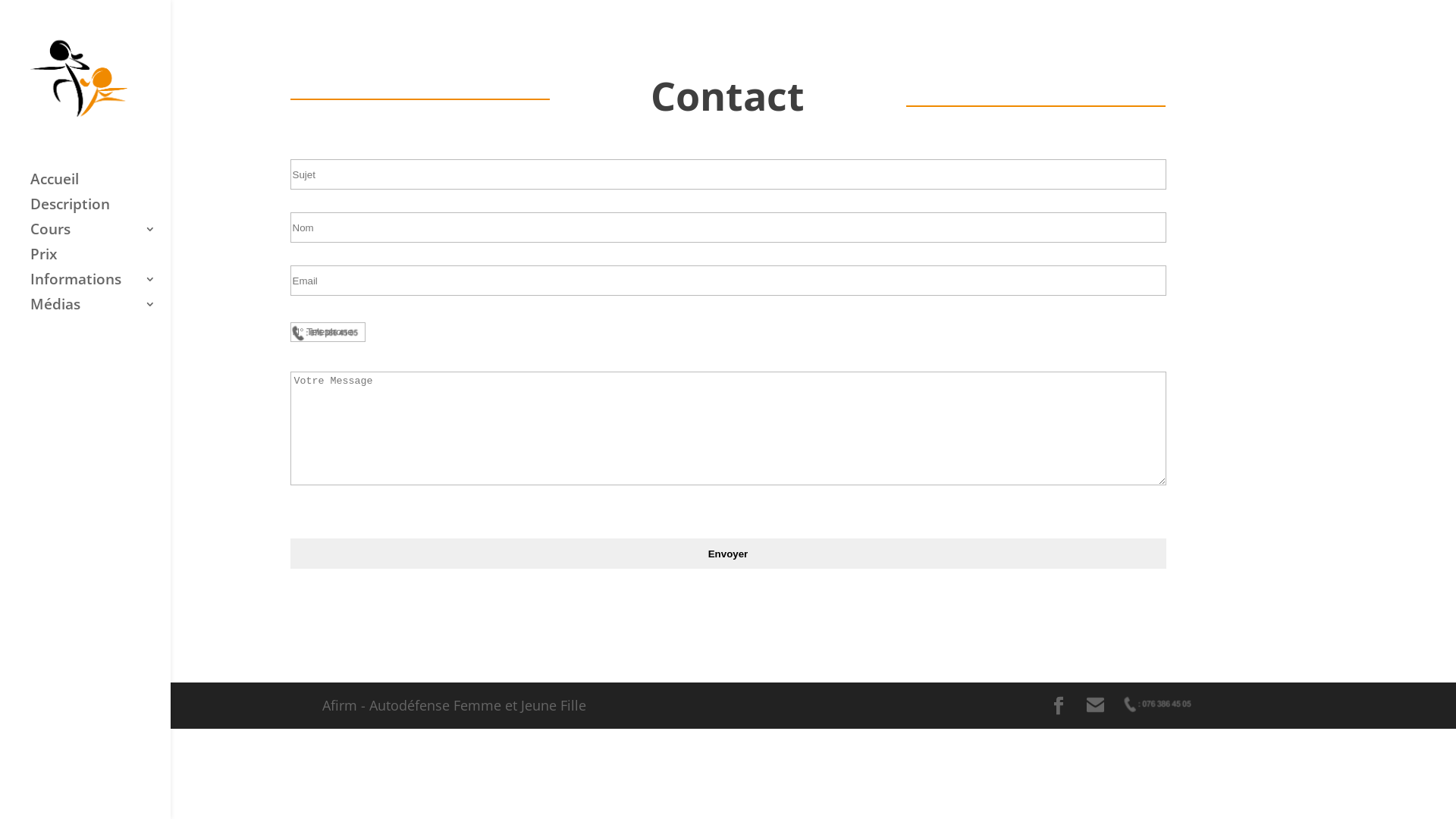 The image size is (1456, 819). Describe the element at coordinates (99, 286) in the screenshot. I see `'Informations'` at that location.